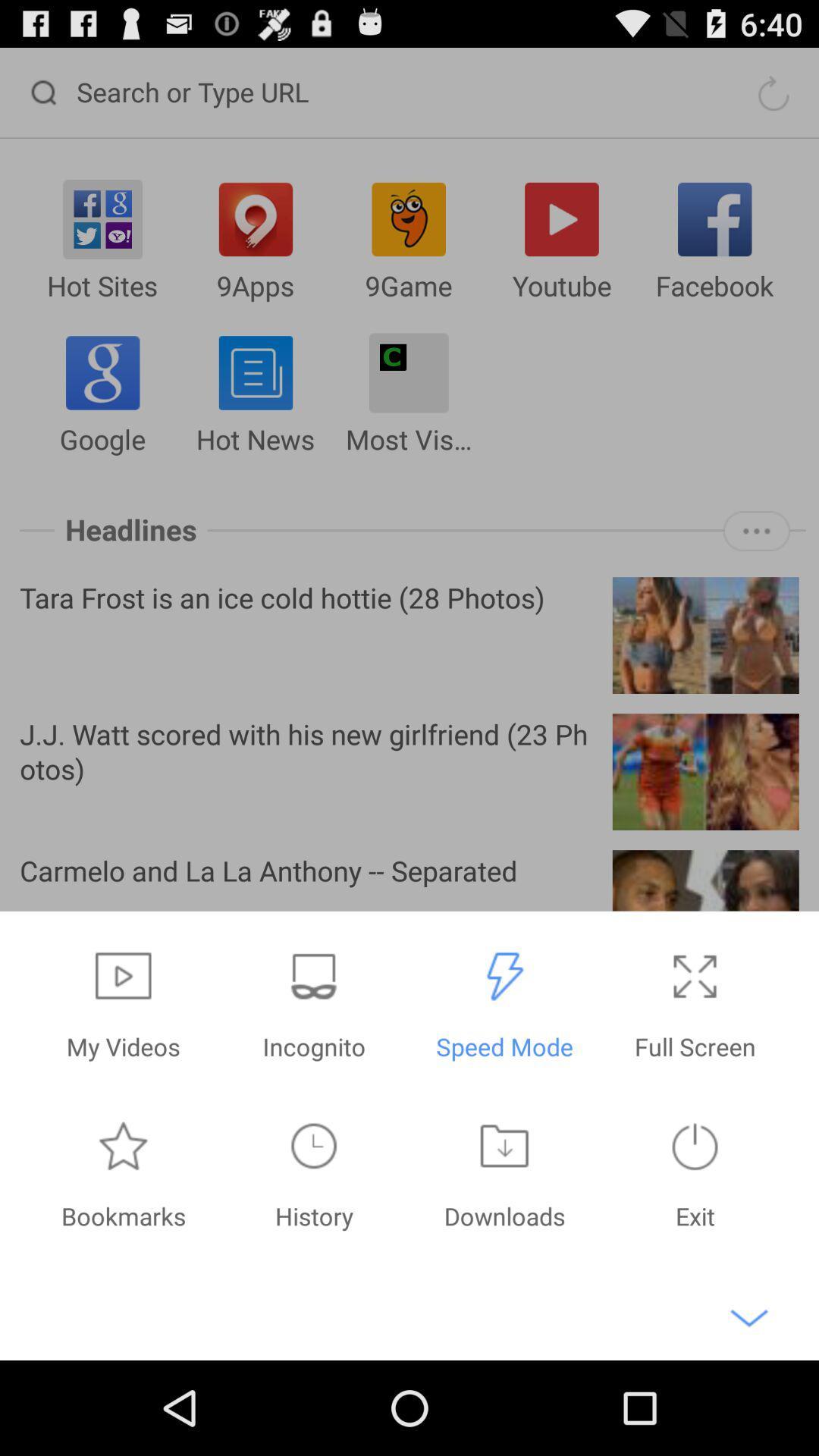 This screenshot has width=819, height=1456. I want to click on the expand_more icon, so click(748, 1410).